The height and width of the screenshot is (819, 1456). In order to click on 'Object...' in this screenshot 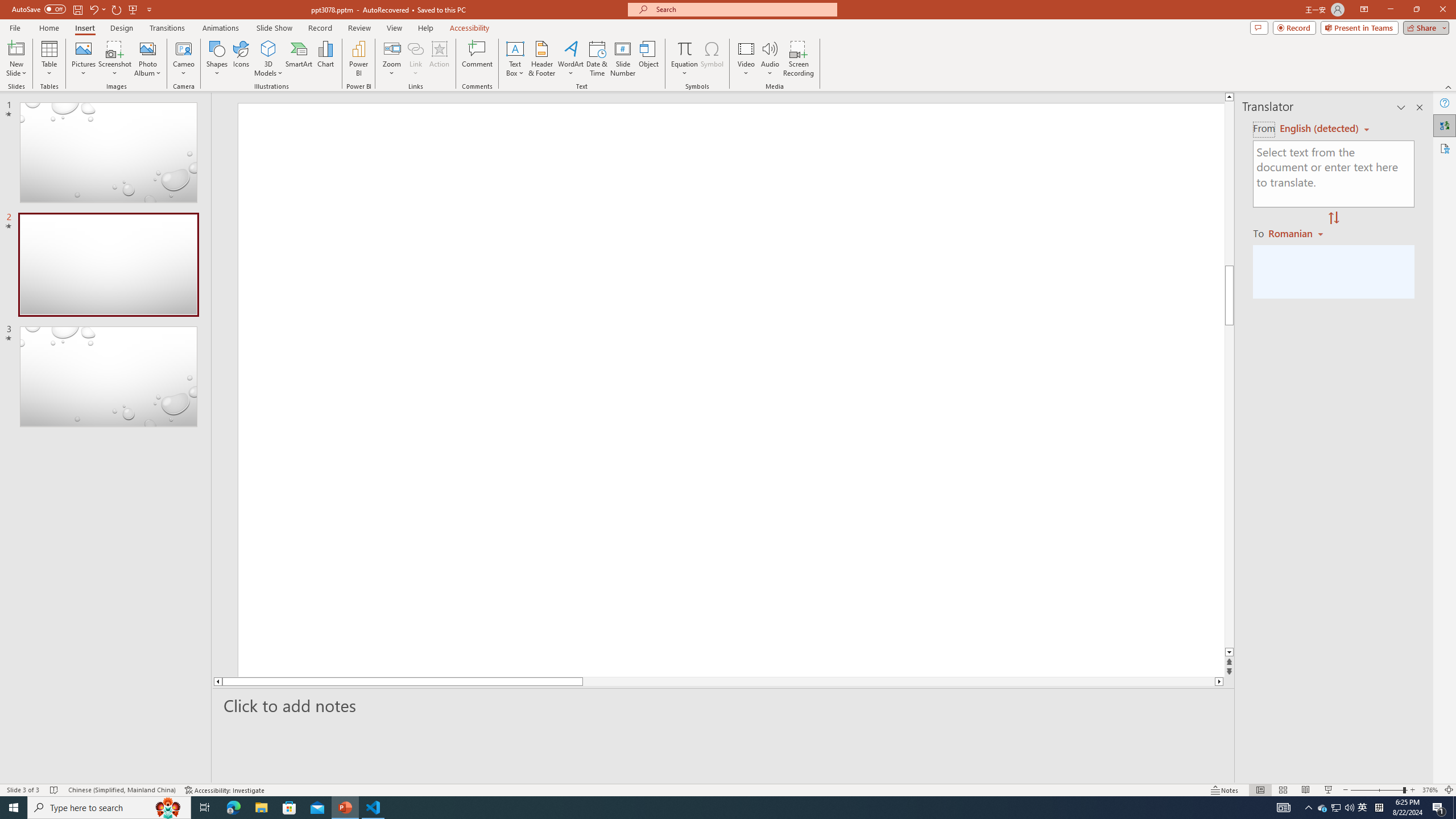, I will do `click(649, 59)`.